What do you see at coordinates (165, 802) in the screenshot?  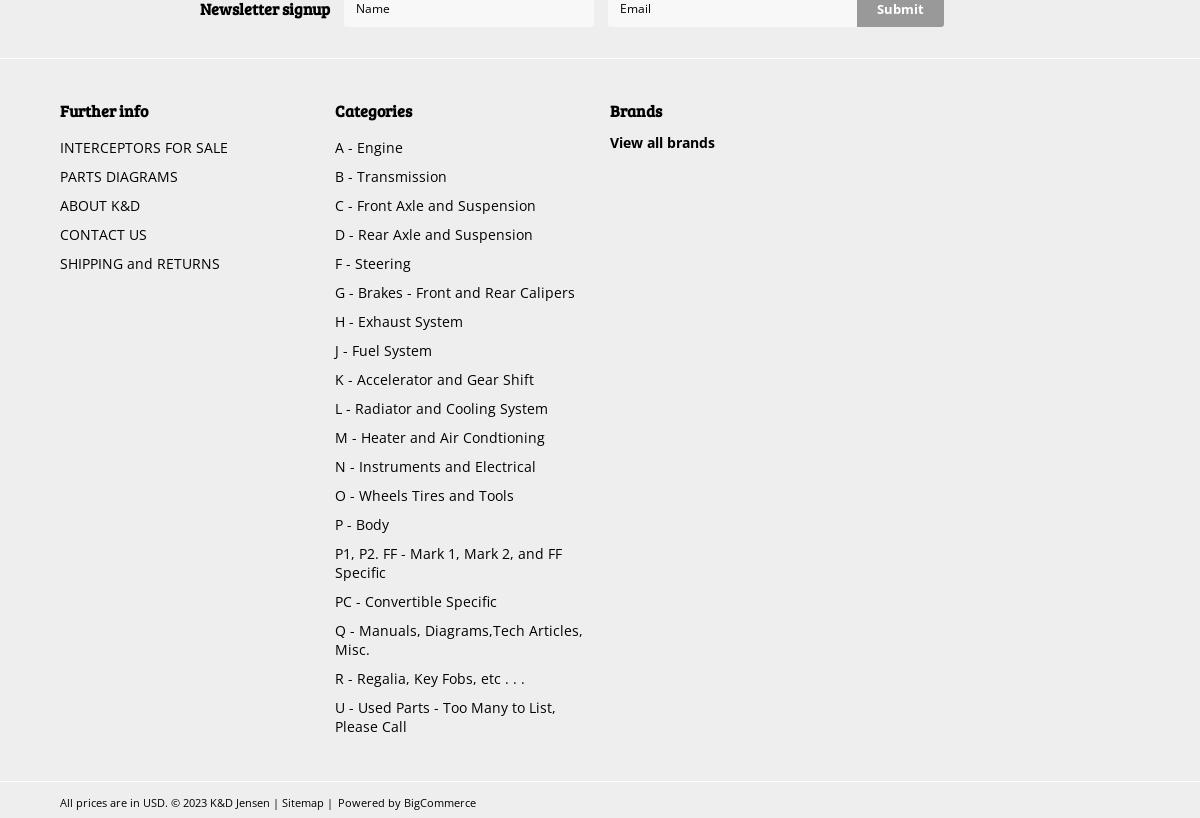 I see `'.'` at bounding box center [165, 802].